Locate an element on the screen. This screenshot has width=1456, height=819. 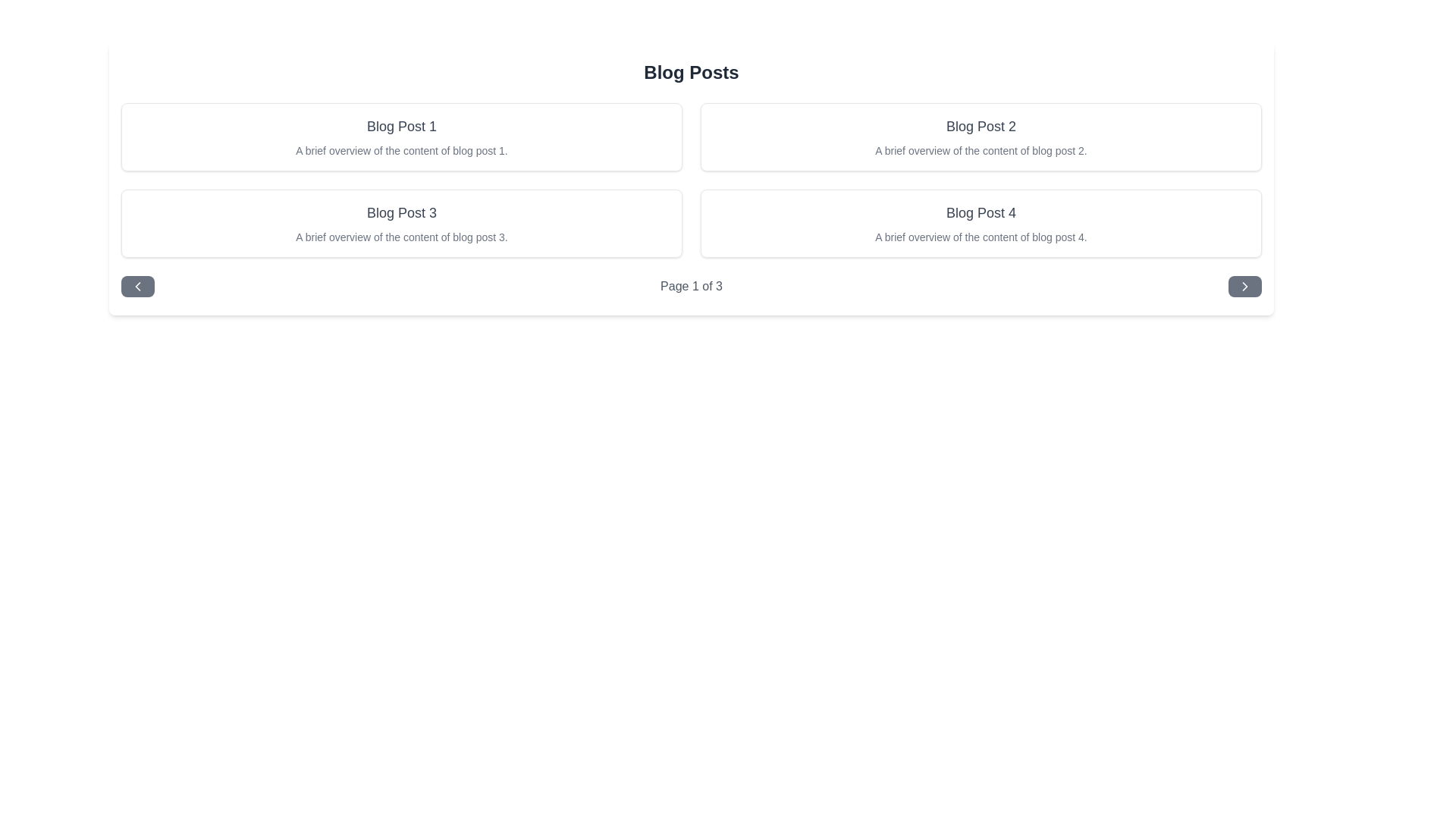
the Icon button located at the far left side of the navigation footer bar is located at coordinates (138, 287).